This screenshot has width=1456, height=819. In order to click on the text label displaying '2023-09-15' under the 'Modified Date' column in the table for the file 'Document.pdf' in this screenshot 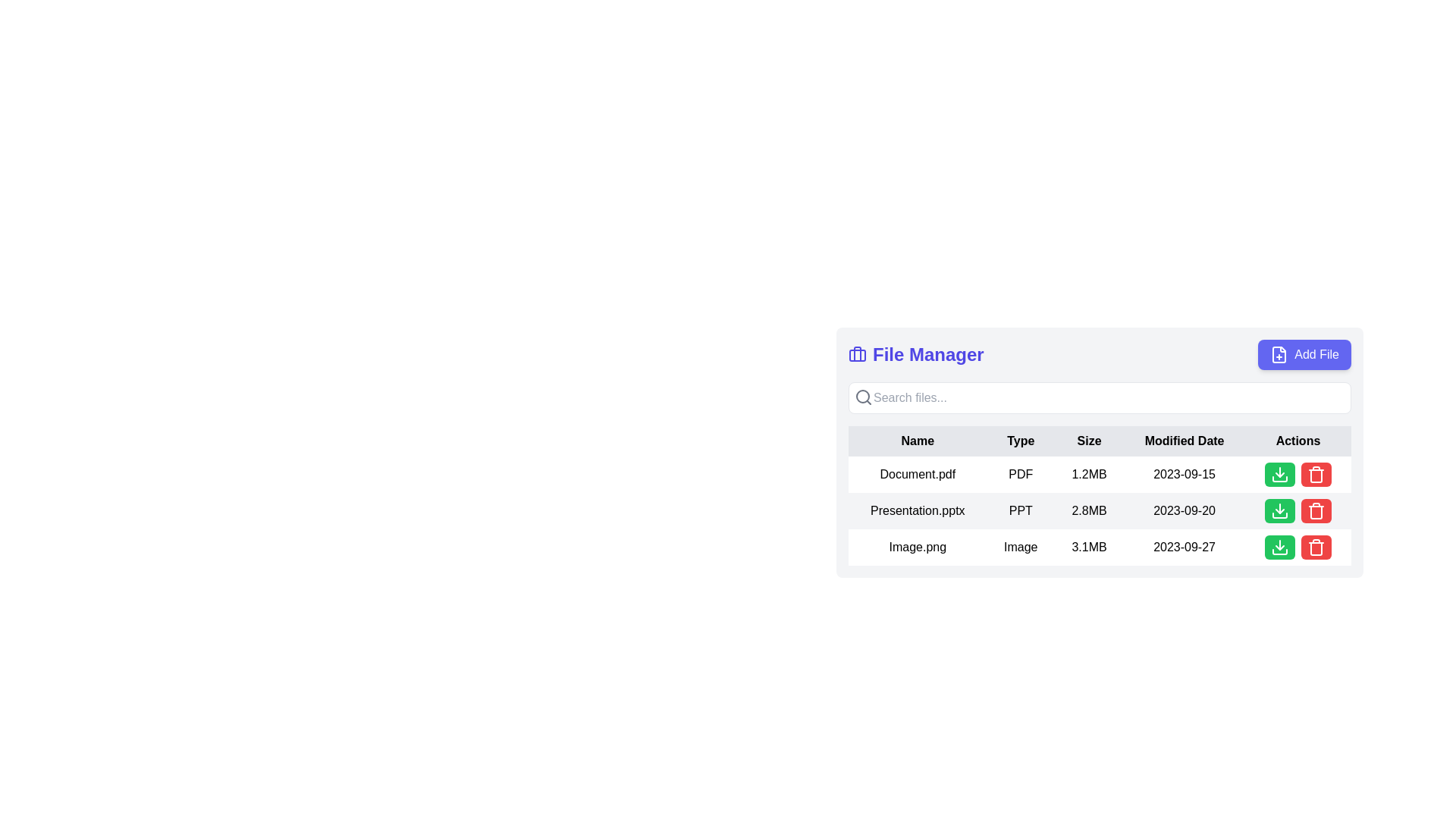, I will do `click(1184, 473)`.